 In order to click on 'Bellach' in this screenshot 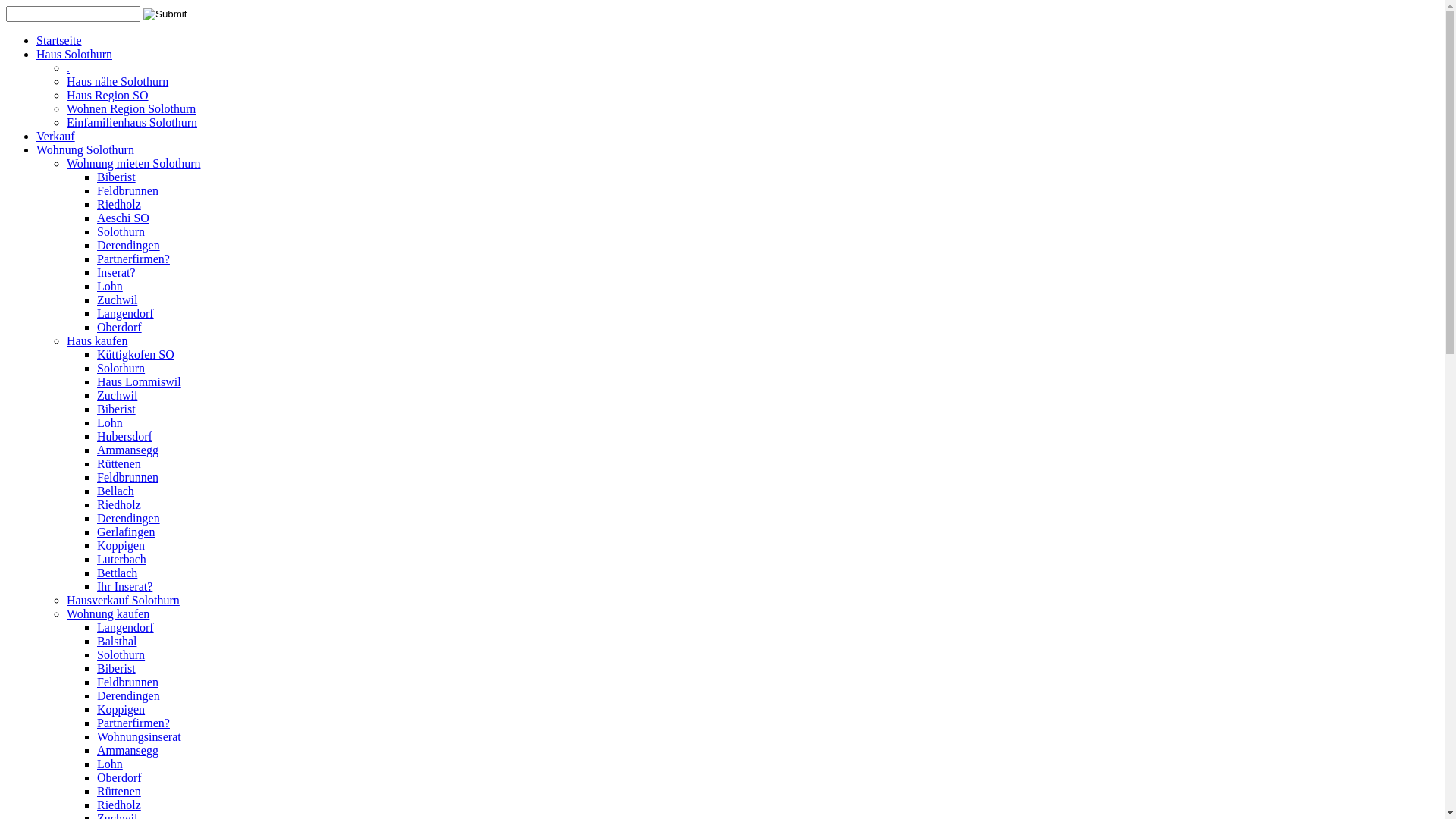, I will do `click(96, 491)`.